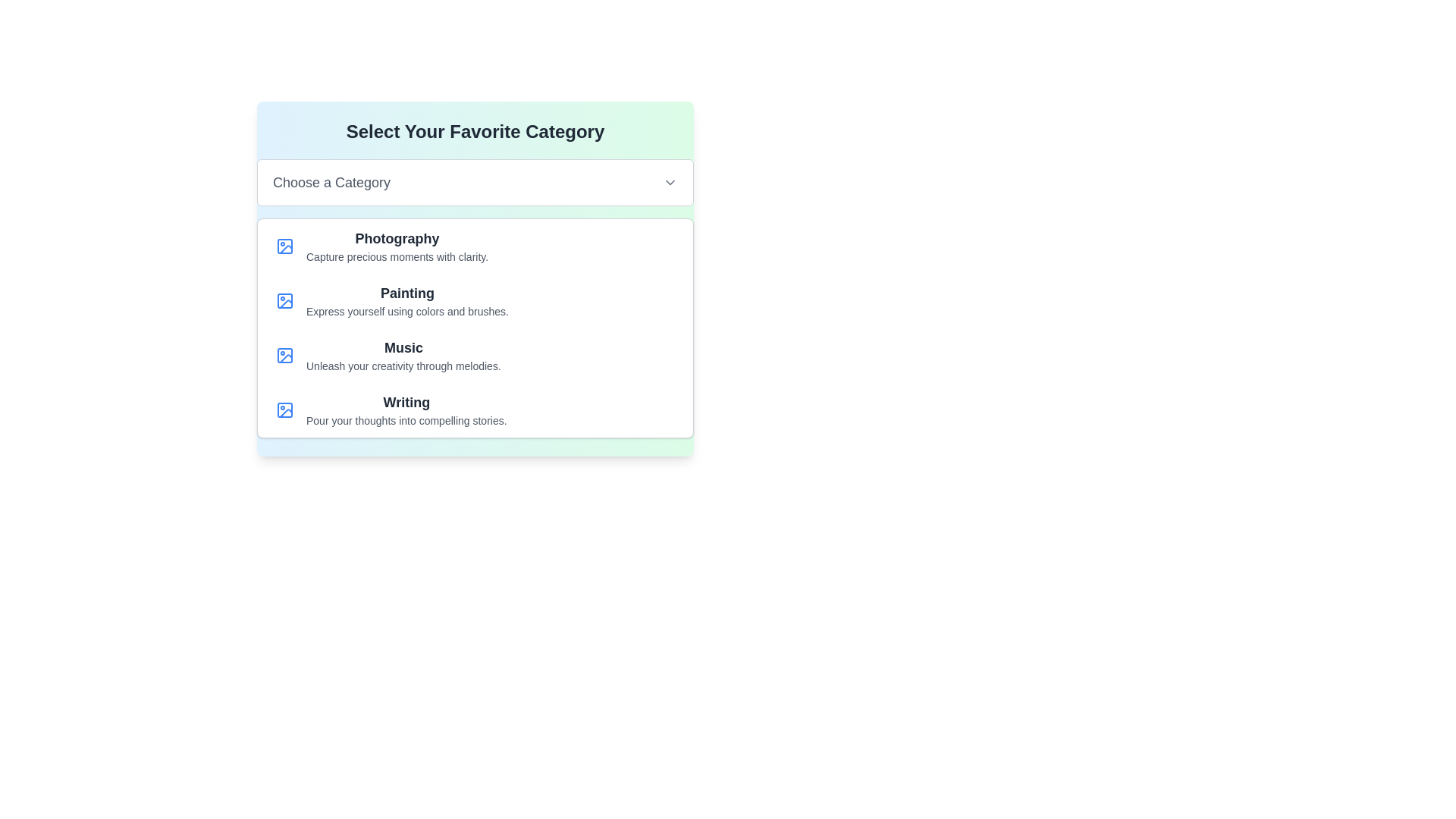 The image size is (1456, 819). What do you see at coordinates (397, 239) in the screenshot?
I see `the 'Photography' category label located in the 'Select Your Favorite Category' section, which is the first item in the list of options` at bounding box center [397, 239].